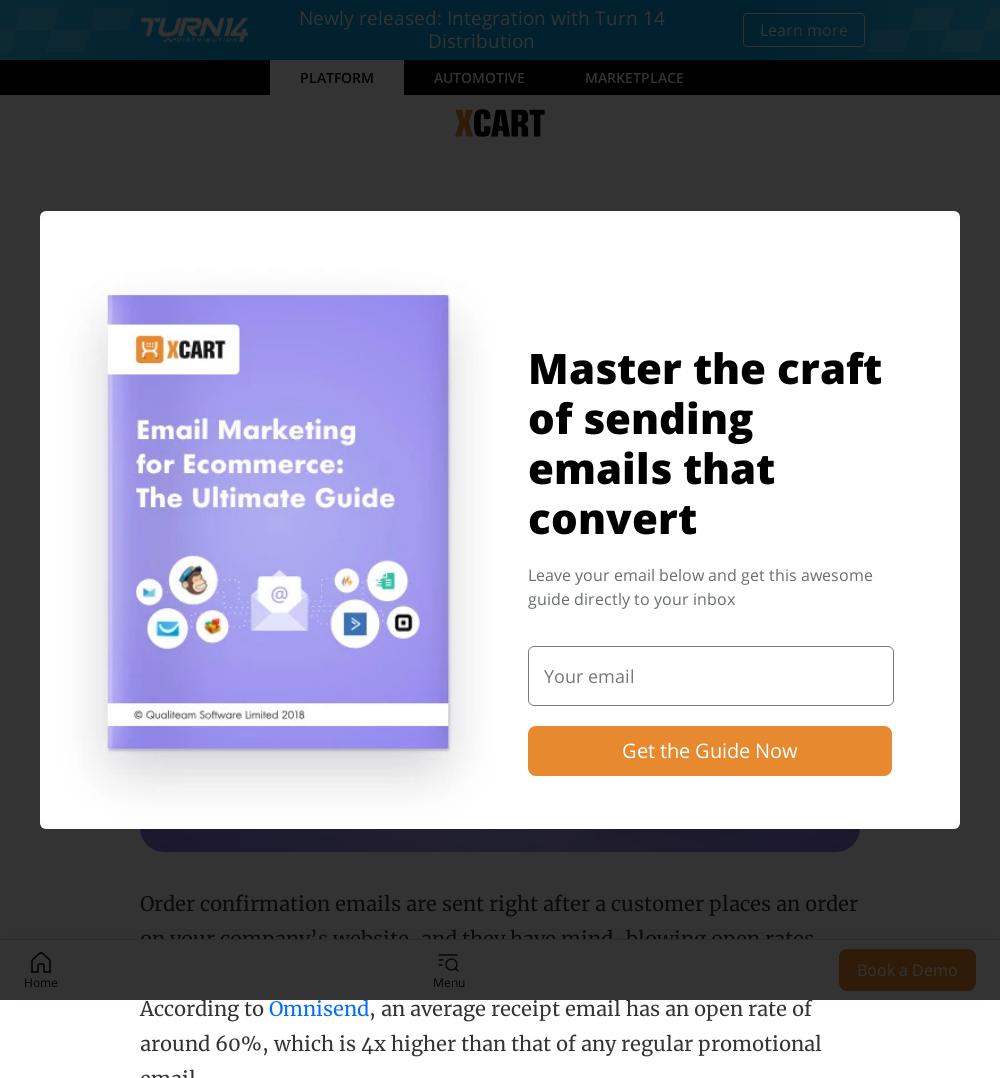  What do you see at coordinates (448, 343) in the screenshot?
I see `'Order Confirmation Email: 20 Templates and Examples To Use Today'` at bounding box center [448, 343].